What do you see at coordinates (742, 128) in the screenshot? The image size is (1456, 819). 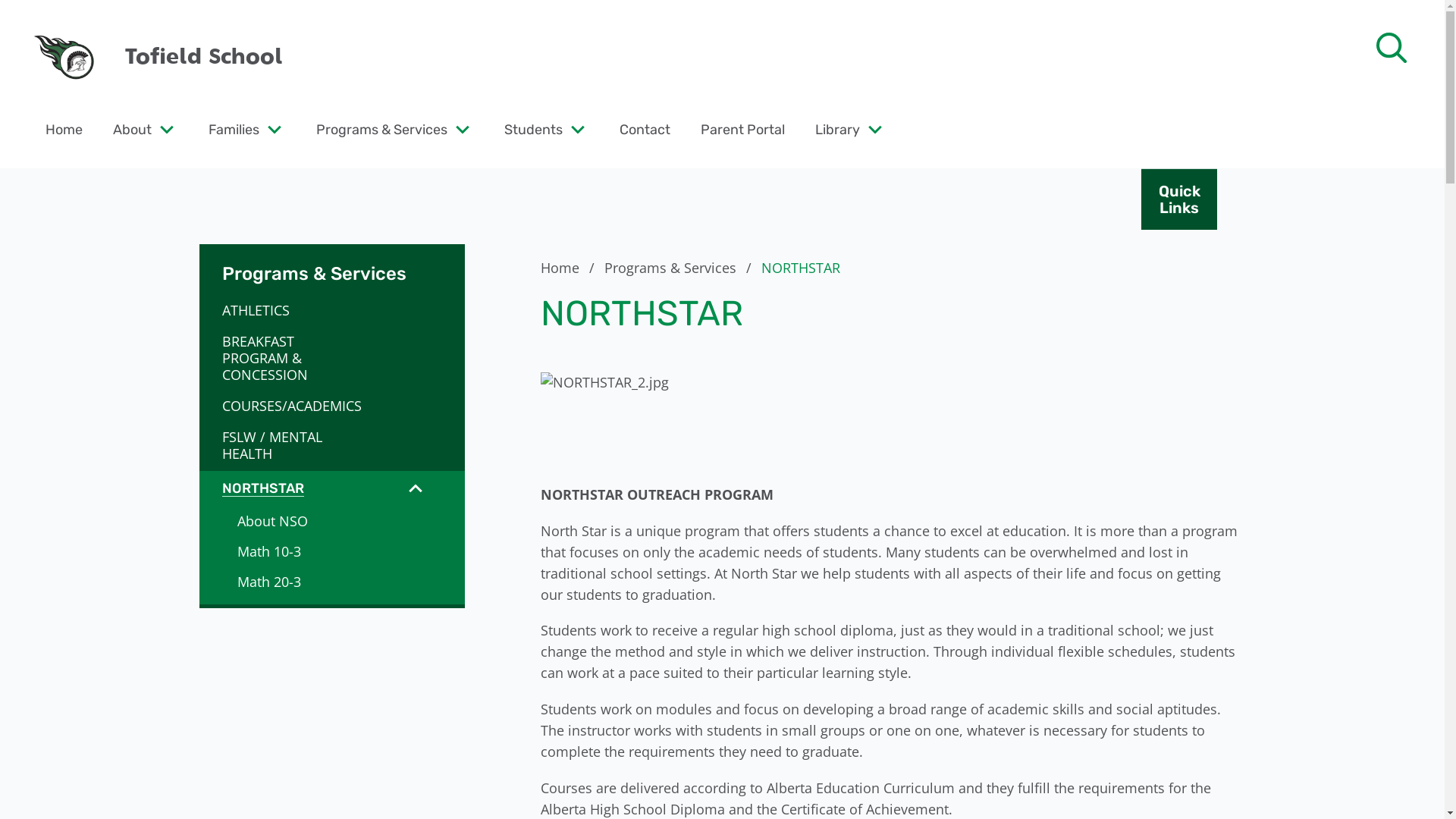 I see `'Parent Portal'` at bounding box center [742, 128].